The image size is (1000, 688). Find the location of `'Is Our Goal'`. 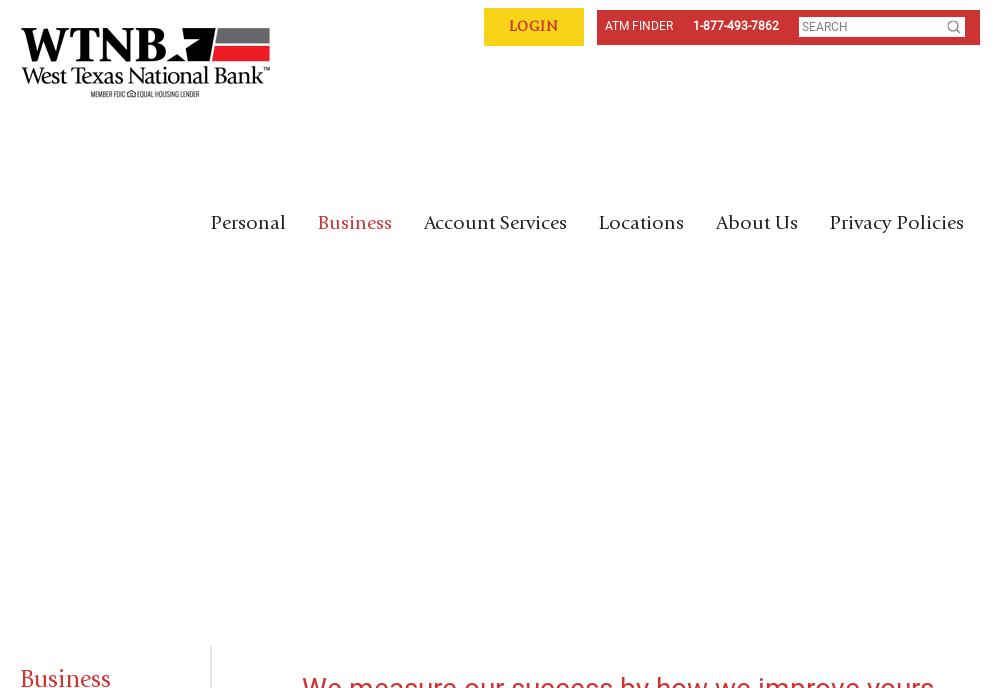

'Is Our Goal' is located at coordinates (162, 447).